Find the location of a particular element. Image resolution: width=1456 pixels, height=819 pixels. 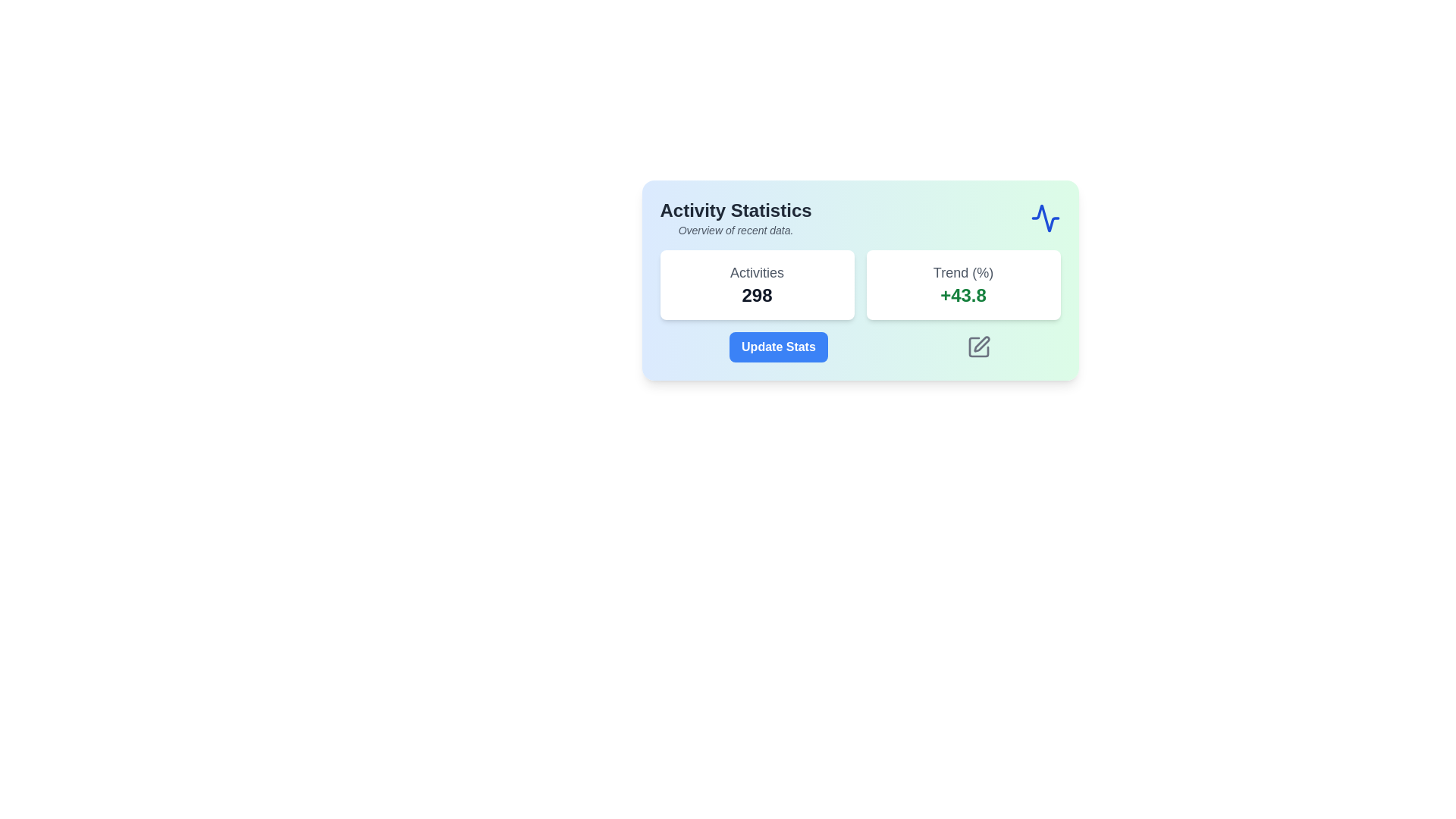

the text label displaying the number '298' in bold, large-sized dark gray text, located directly below the 'Activities' label in the Activity Statistics panel is located at coordinates (757, 295).